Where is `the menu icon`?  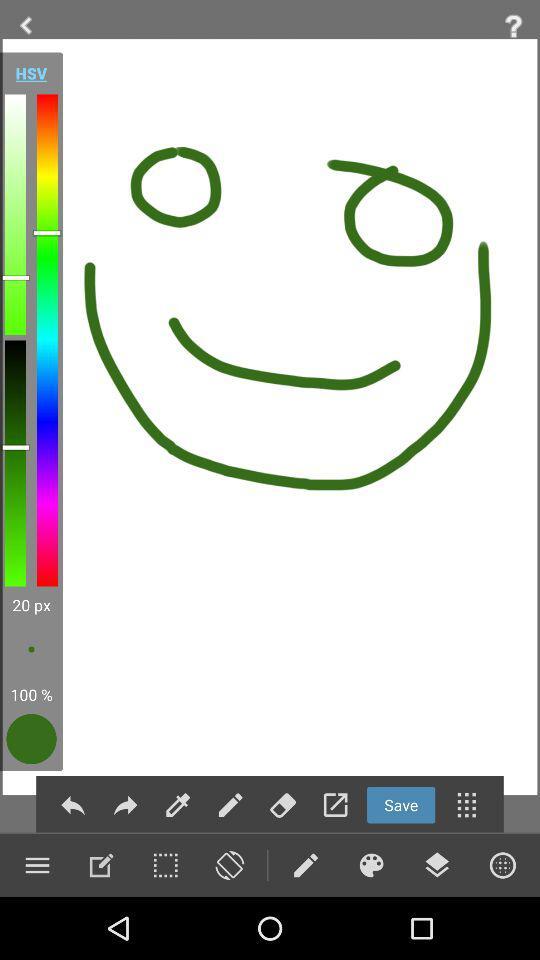
the menu icon is located at coordinates (37, 864).